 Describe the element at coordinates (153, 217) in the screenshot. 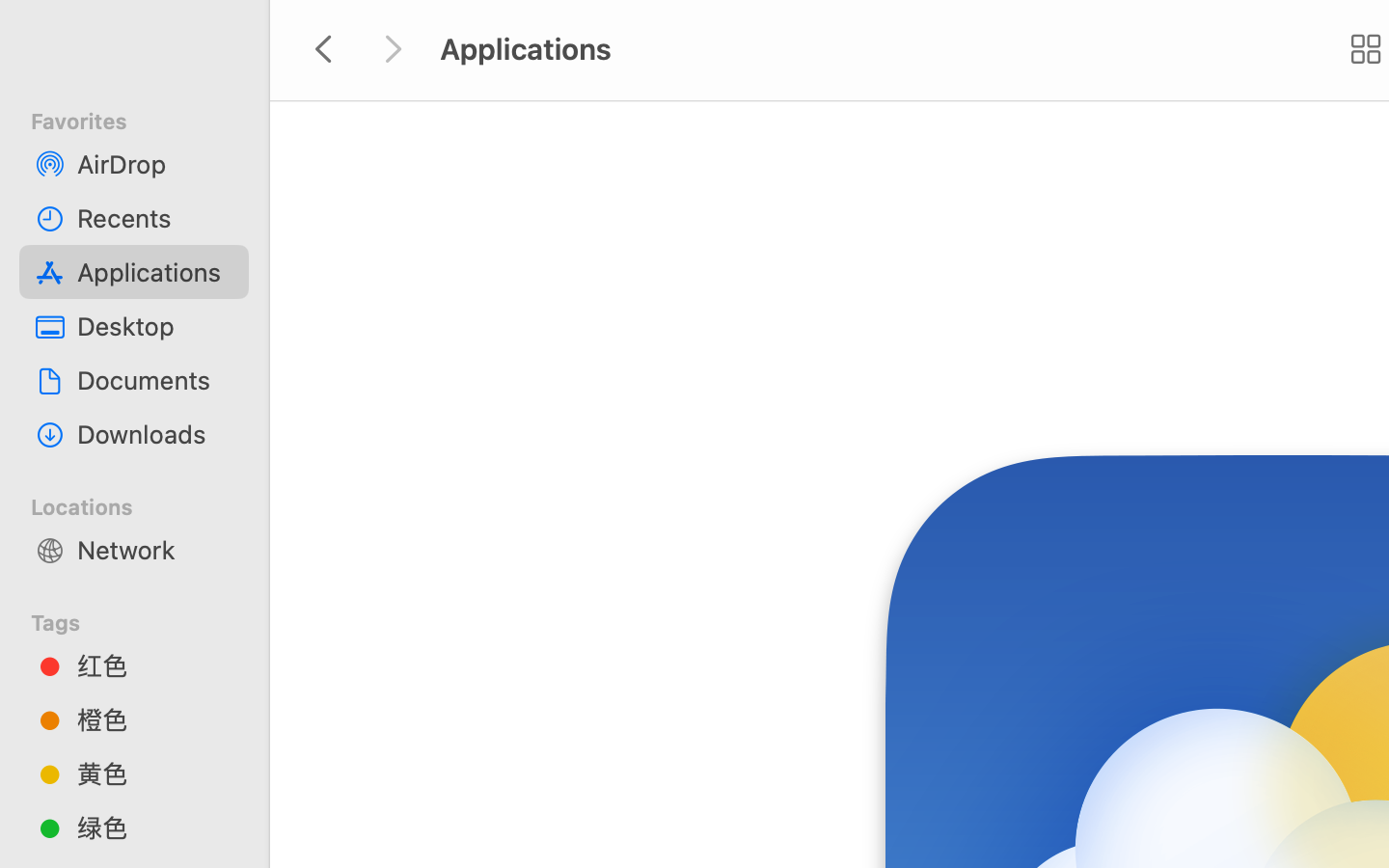

I see `'Recents'` at that location.